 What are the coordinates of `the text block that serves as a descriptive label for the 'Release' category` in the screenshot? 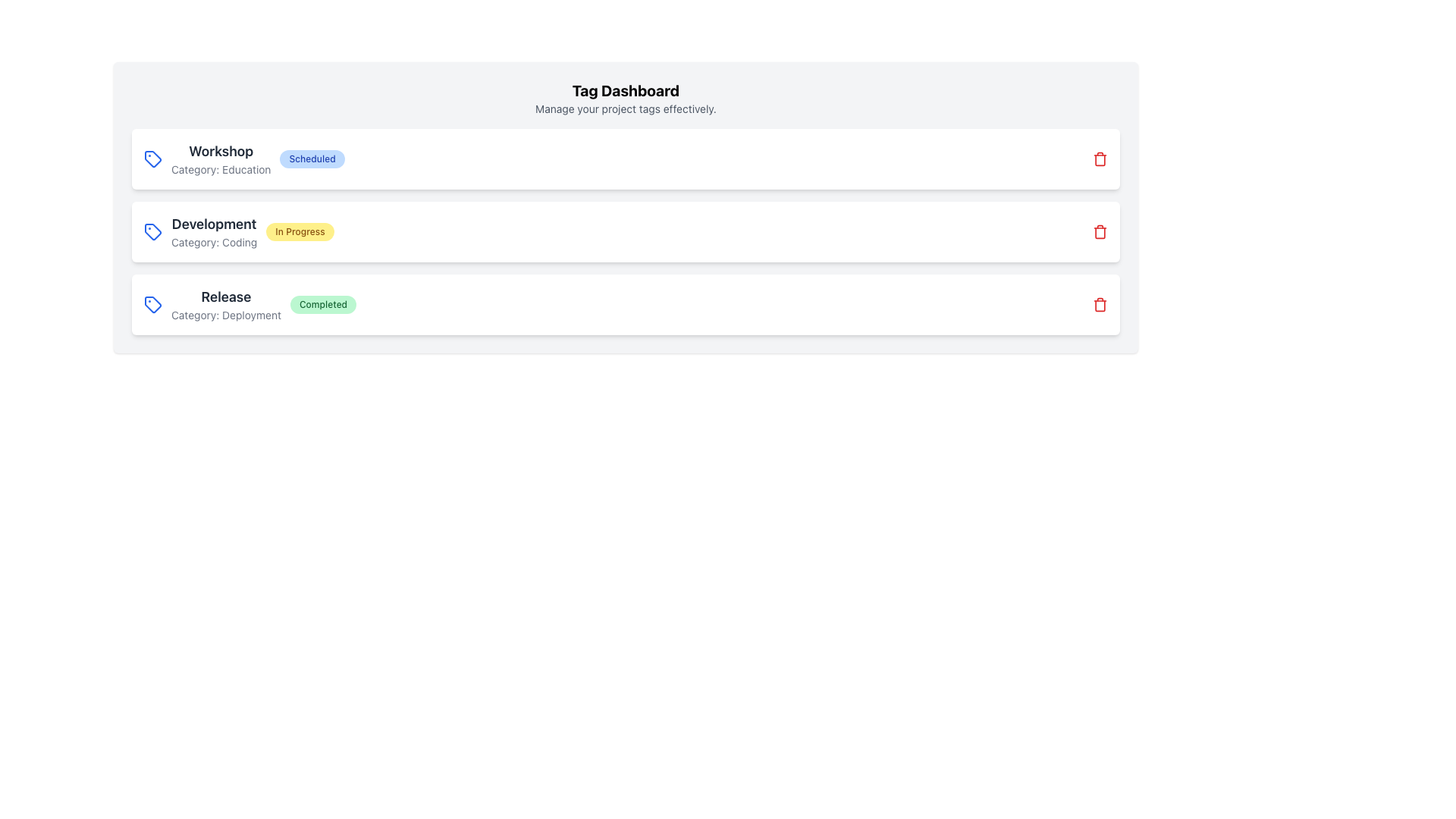 It's located at (225, 304).